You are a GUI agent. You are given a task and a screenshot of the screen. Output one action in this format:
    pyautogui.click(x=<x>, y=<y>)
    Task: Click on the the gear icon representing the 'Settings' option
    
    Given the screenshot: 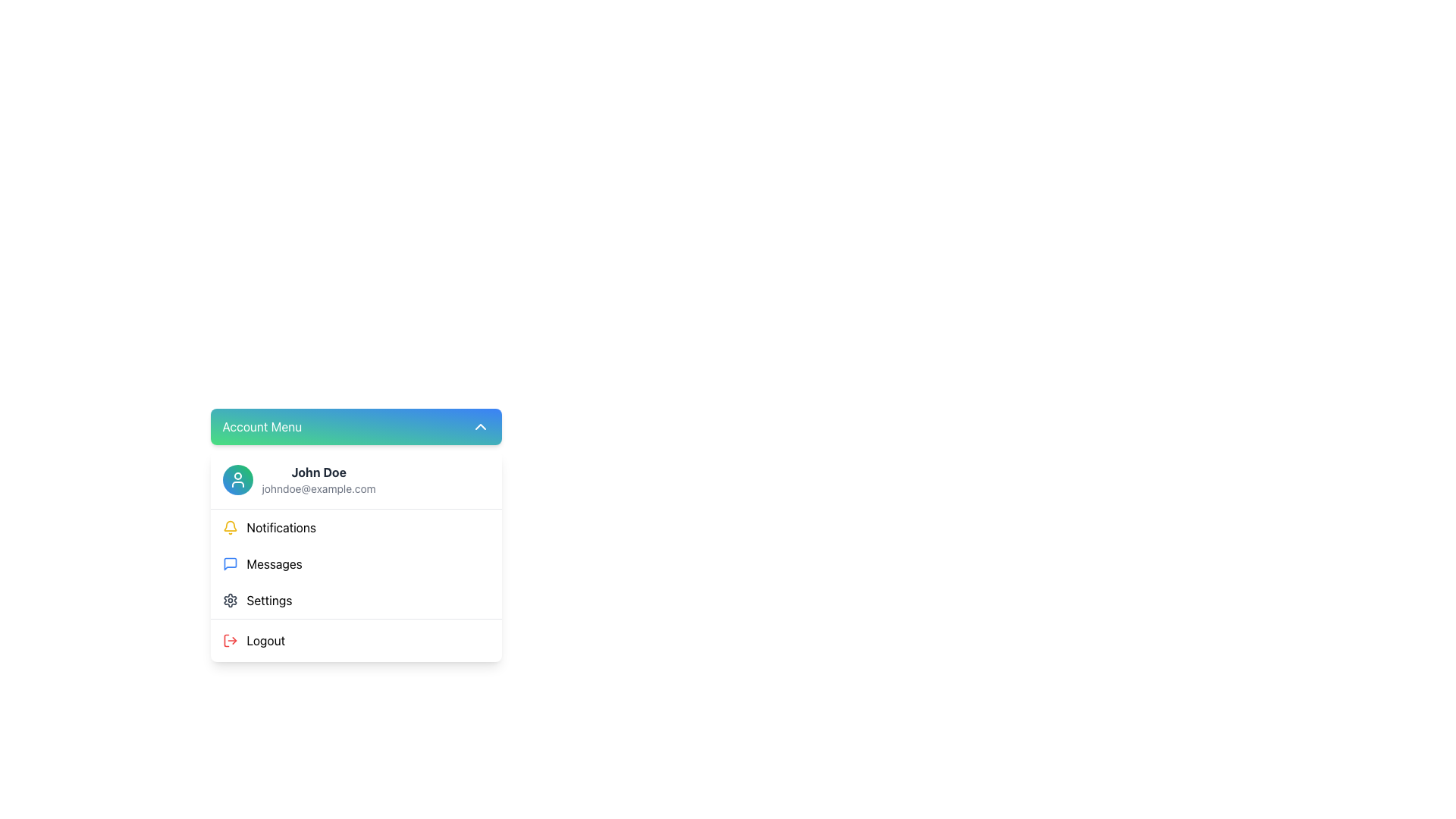 What is the action you would take?
    pyautogui.click(x=229, y=599)
    